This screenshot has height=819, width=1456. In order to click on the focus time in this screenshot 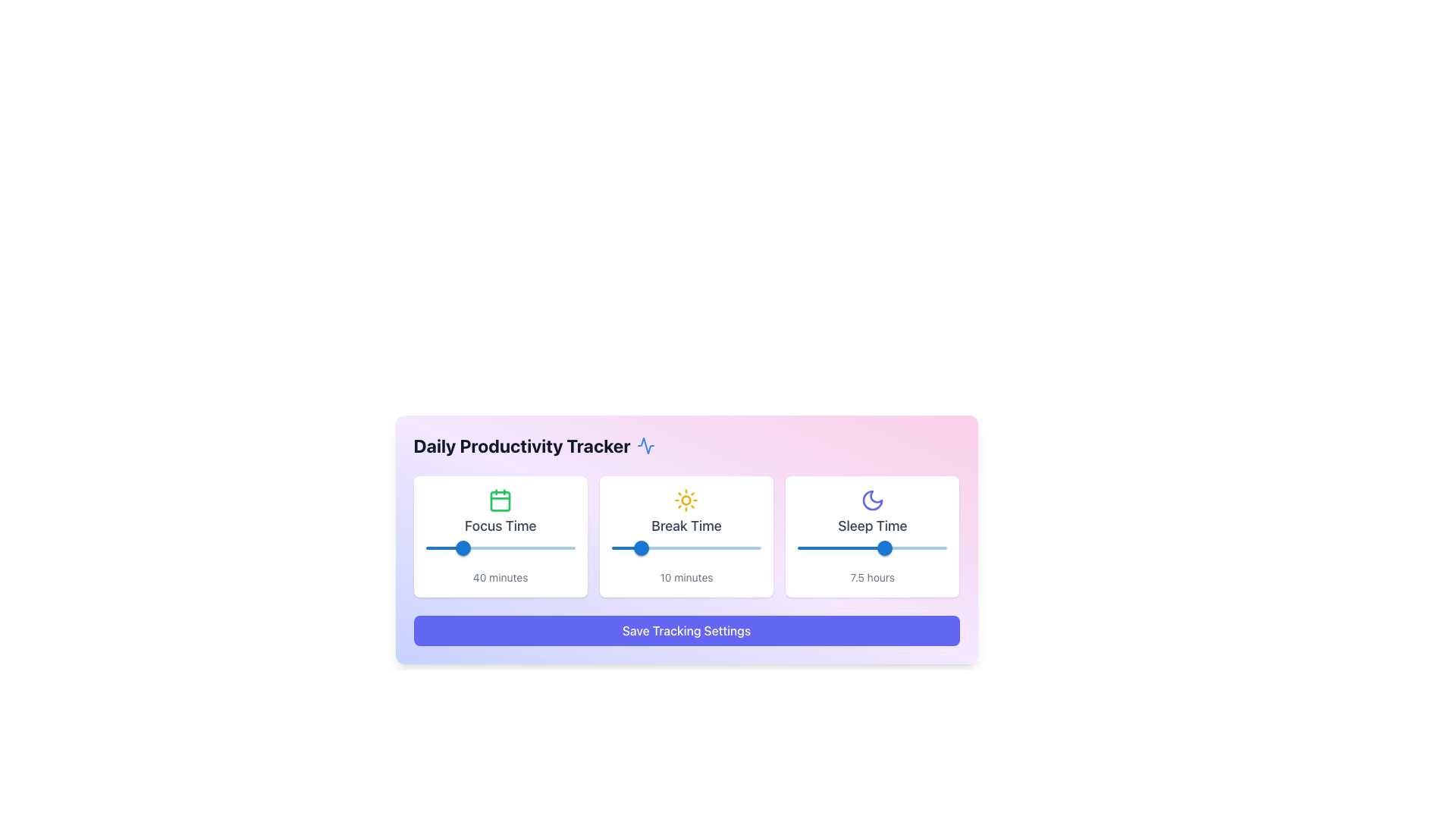, I will do `click(459, 548)`.